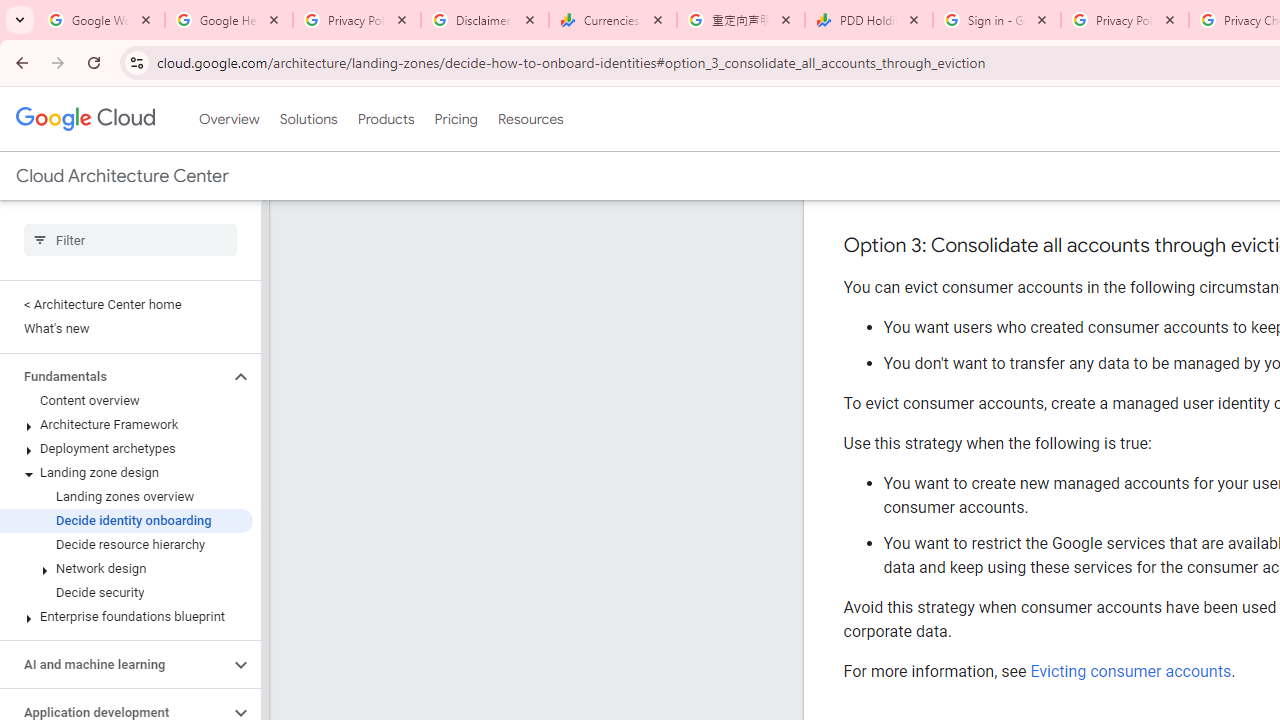 The width and height of the screenshot is (1280, 720). Describe the element at coordinates (997, 20) in the screenshot. I see `'Sign in - Google Accounts'` at that location.